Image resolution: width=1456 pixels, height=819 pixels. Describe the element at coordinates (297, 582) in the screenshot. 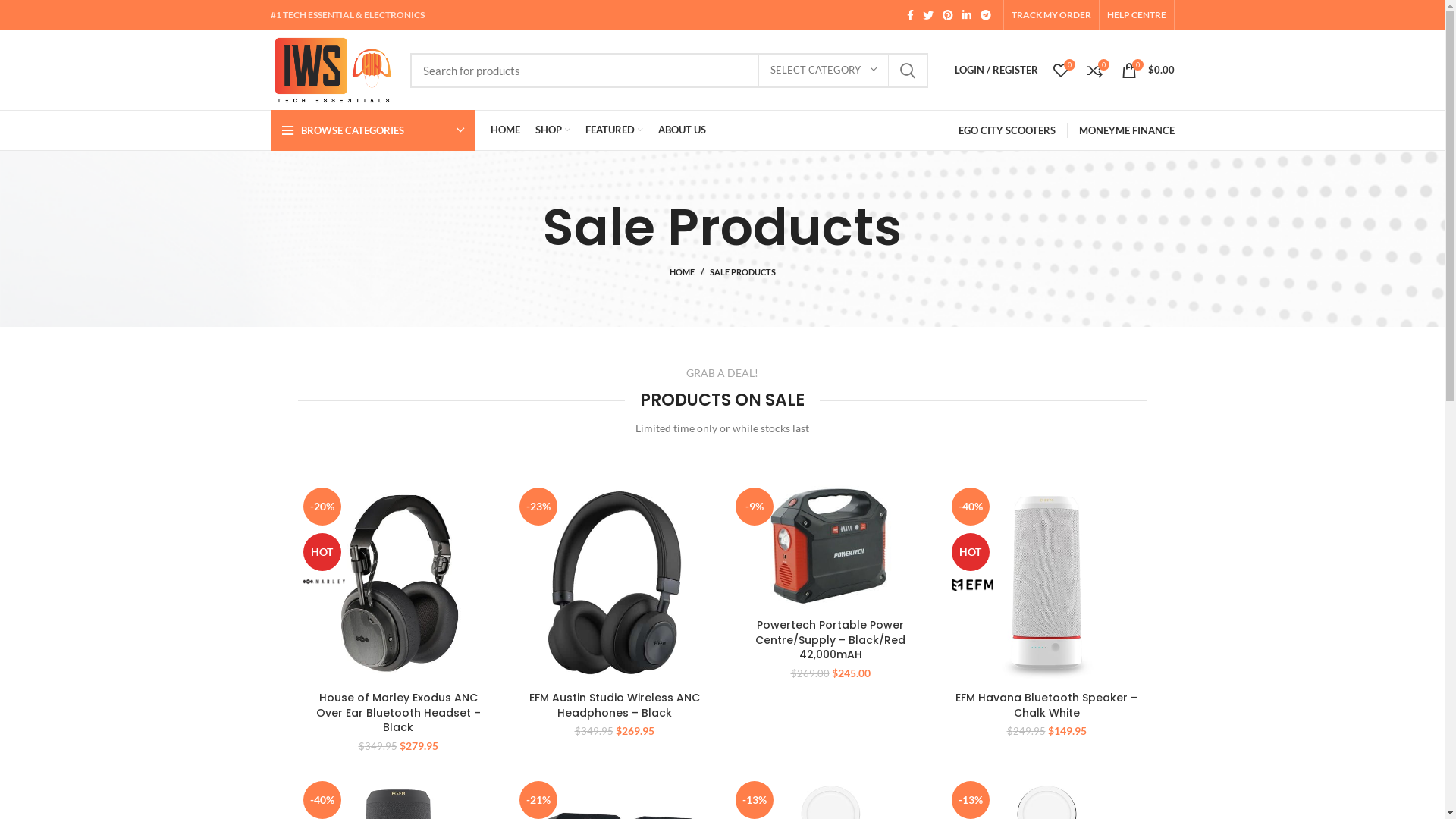

I see `'-20%` at that location.